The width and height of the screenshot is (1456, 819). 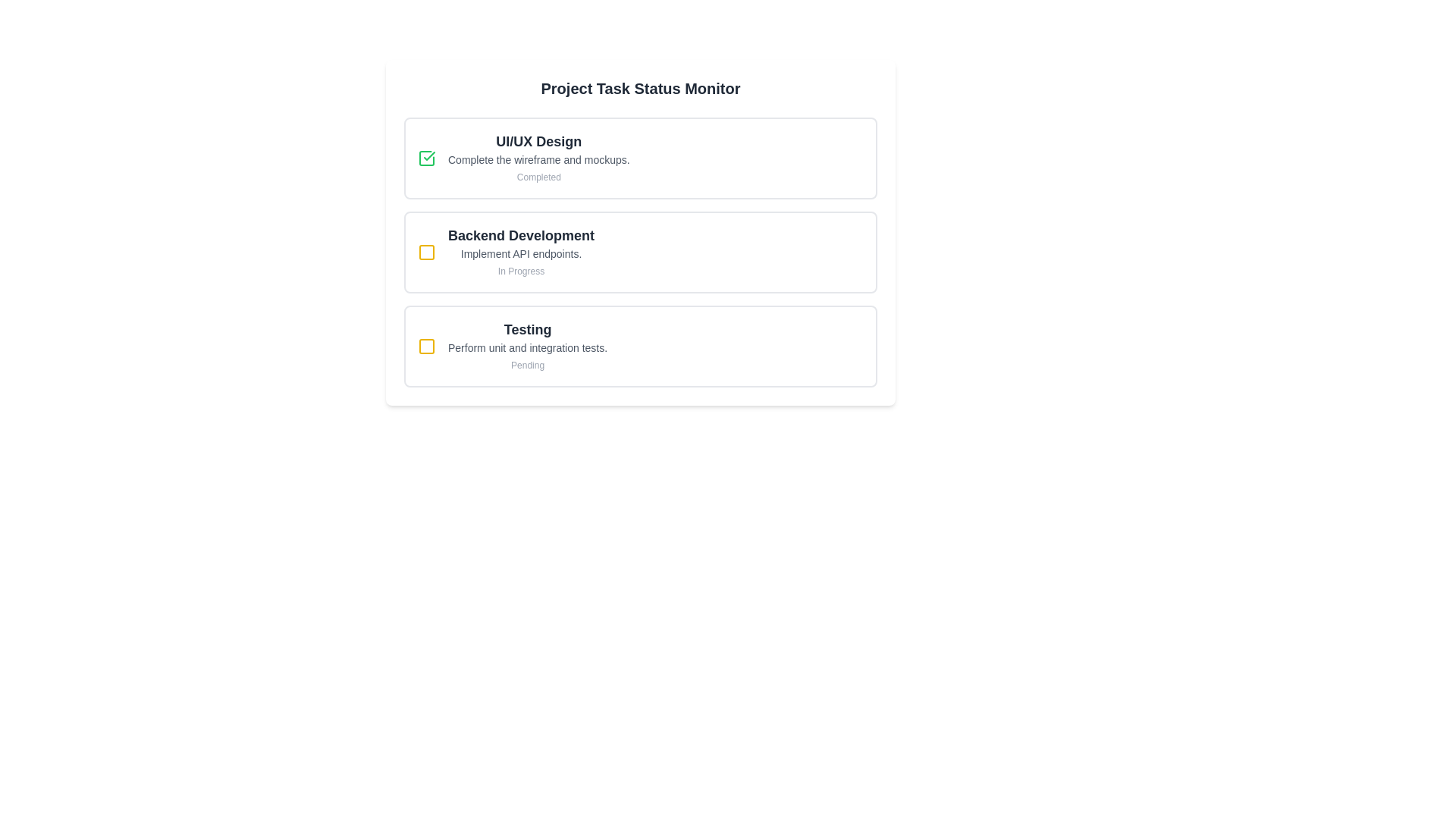 I want to click on small square-shaped icon with rounded corners located inside the yellow square checkbox next to the 'Backend Development' section, so click(x=425, y=251).